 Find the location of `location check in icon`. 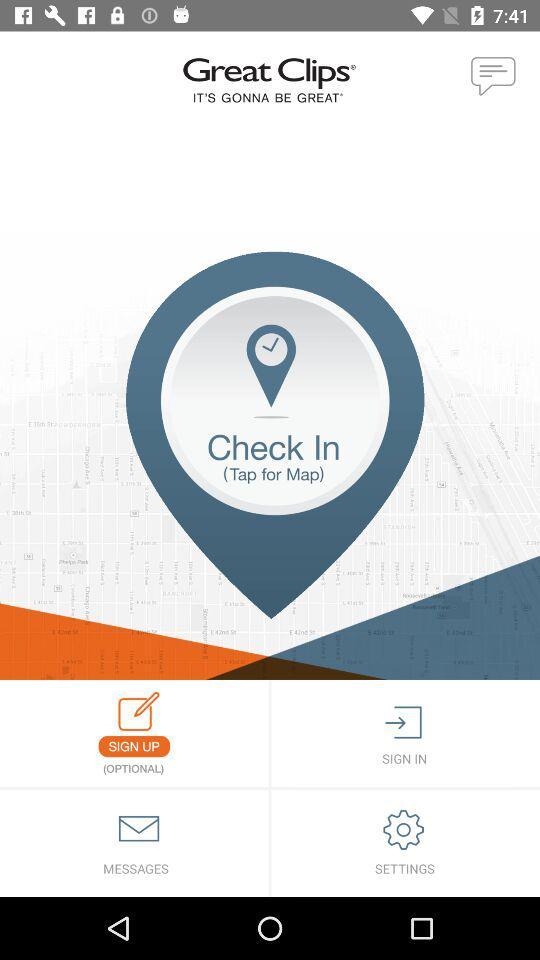

location check in icon is located at coordinates (270, 465).